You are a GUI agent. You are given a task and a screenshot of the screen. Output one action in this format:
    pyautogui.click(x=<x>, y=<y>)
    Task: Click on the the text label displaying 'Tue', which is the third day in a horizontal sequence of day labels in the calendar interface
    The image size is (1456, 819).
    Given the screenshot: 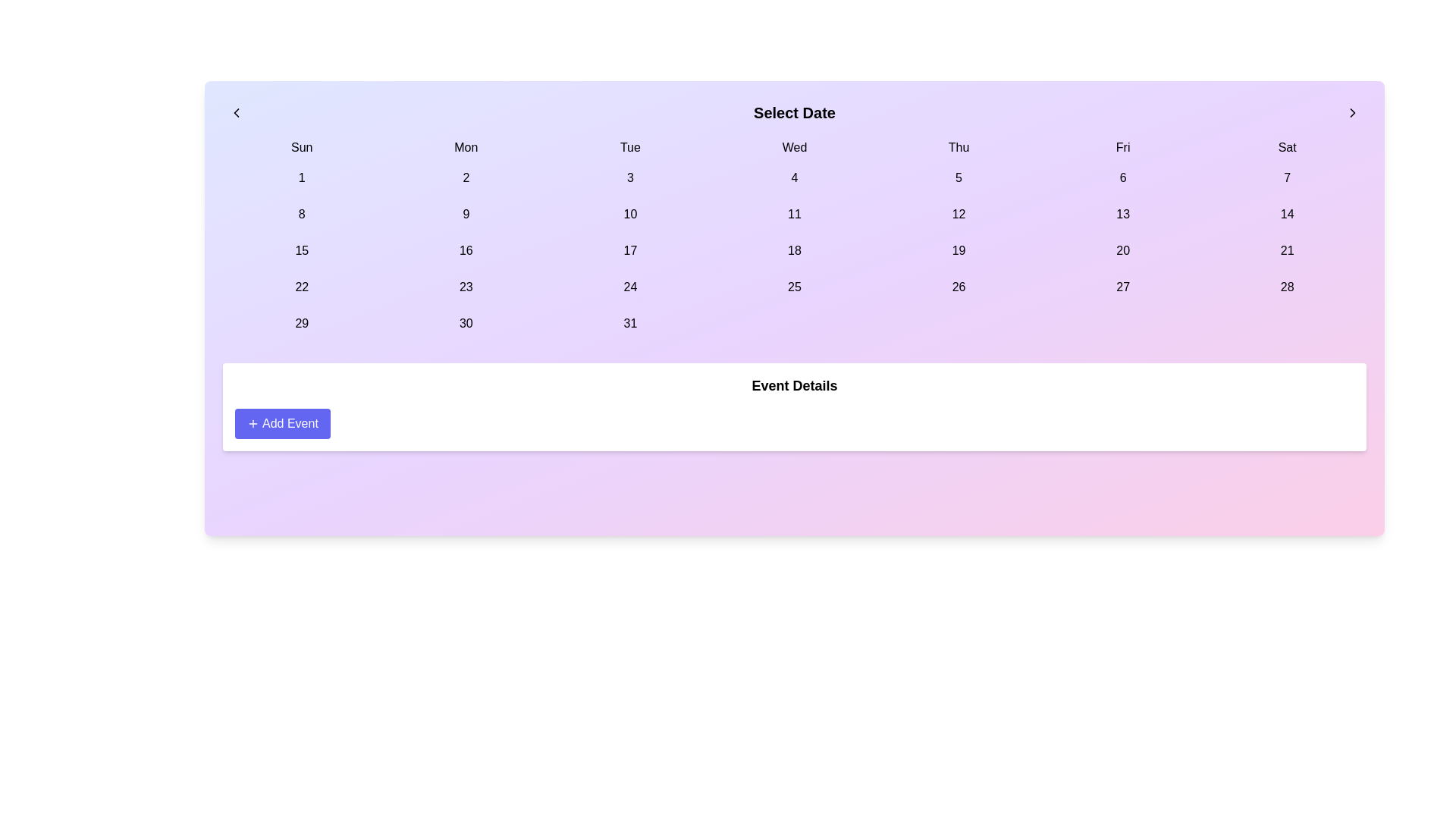 What is the action you would take?
    pyautogui.click(x=630, y=148)
    